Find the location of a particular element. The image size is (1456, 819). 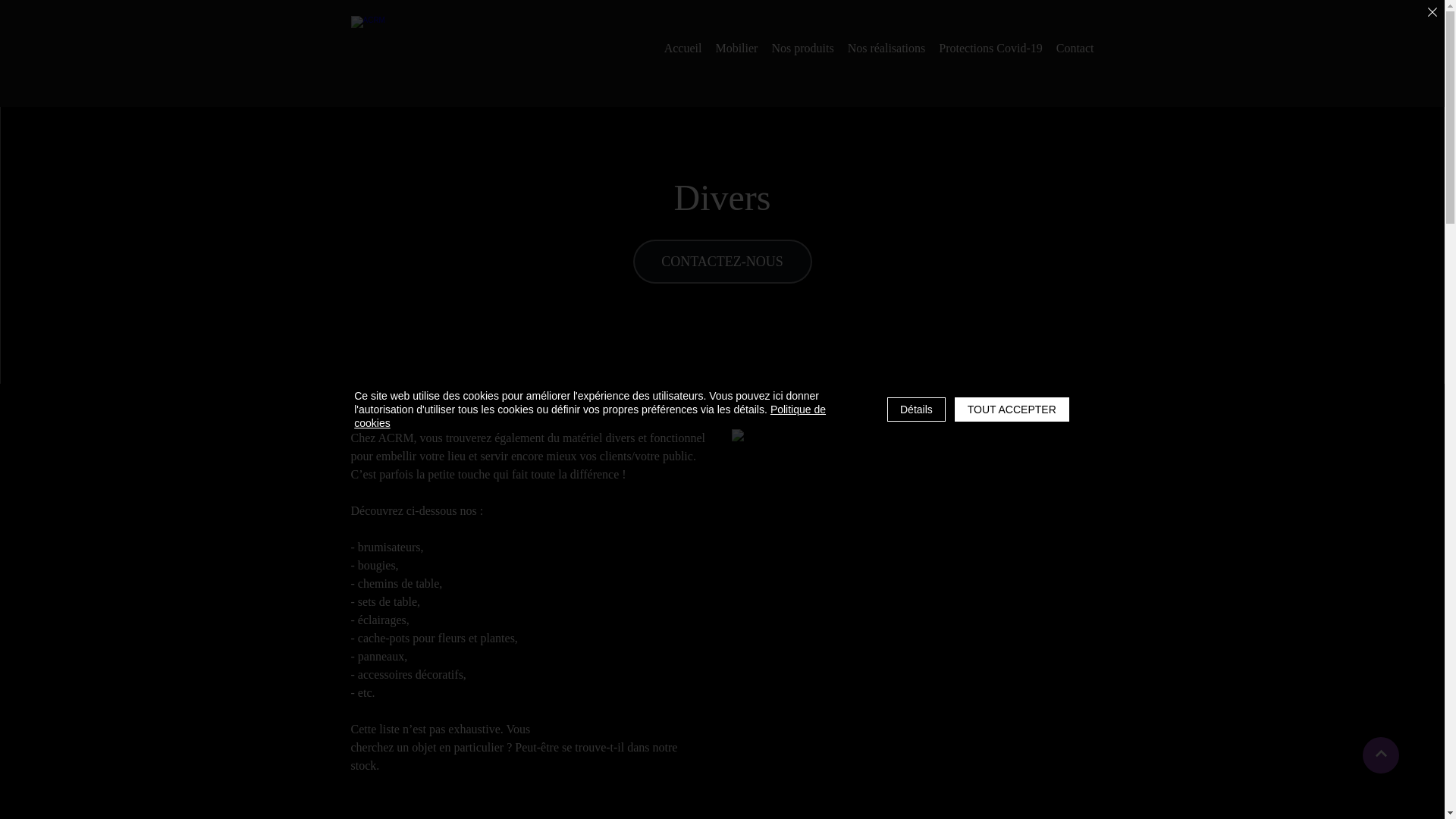

'Protections Covid-19' is located at coordinates (990, 48).